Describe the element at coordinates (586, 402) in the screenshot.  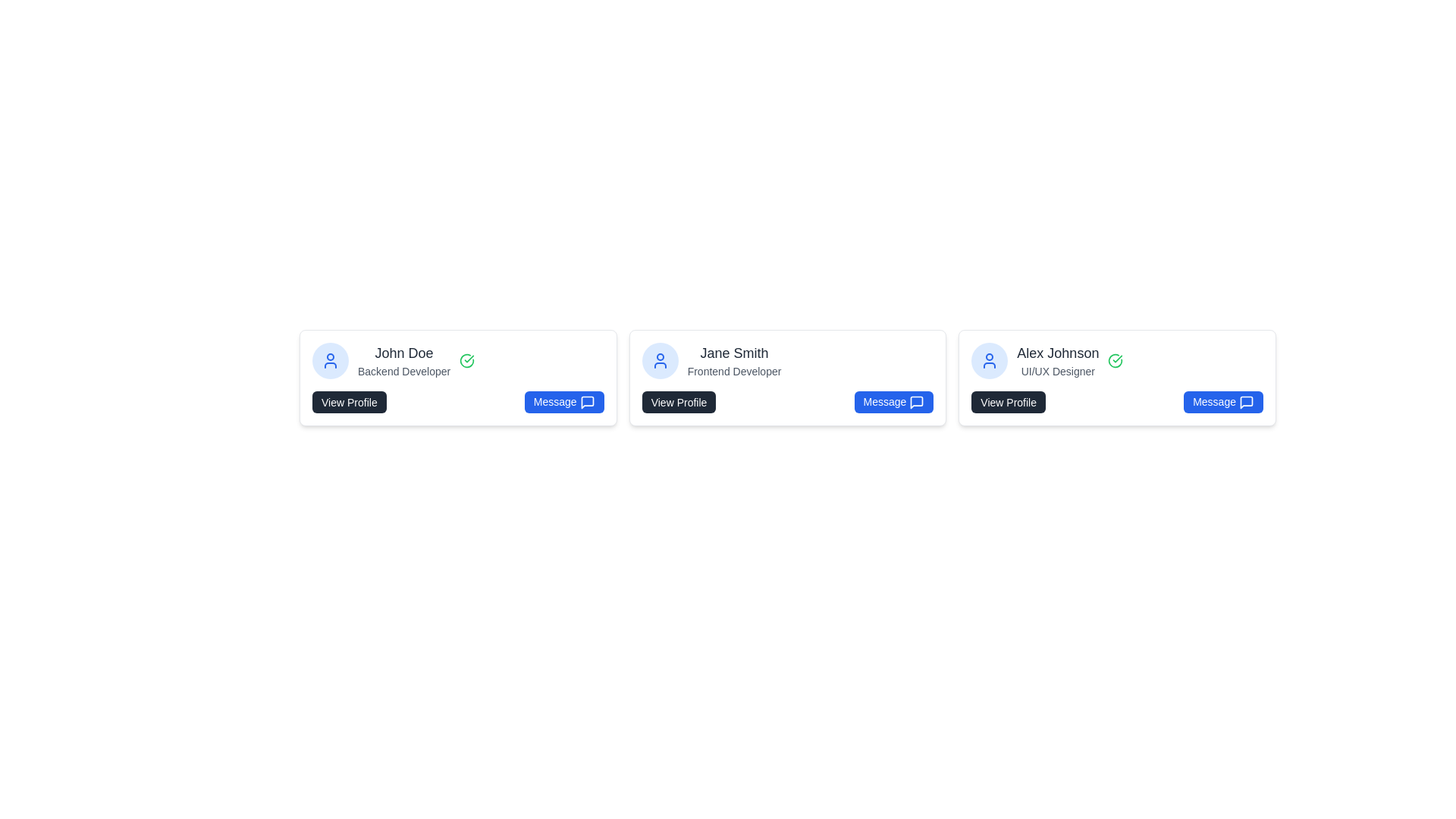
I see `the chat-like message icon located within the 'Message' button at the bottom-right corner of John Doe's profile card` at that location.